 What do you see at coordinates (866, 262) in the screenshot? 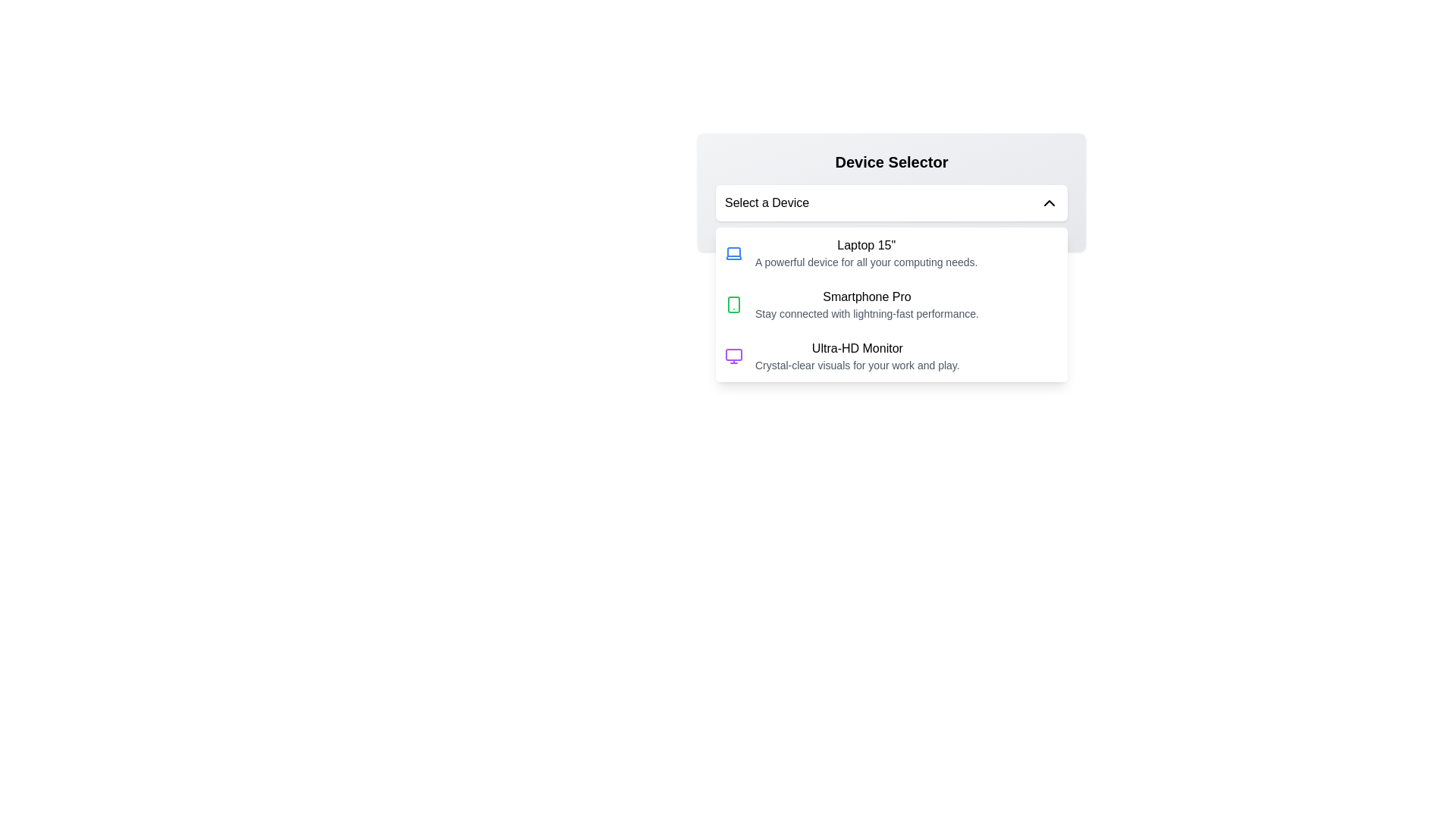
I see `descriptive text label that states 'A powerful device for all your computing needs.' which is located below the heading 'Laptop 15' in the 'Device Selector' dropdown menu` at bounding box center [866, 262].